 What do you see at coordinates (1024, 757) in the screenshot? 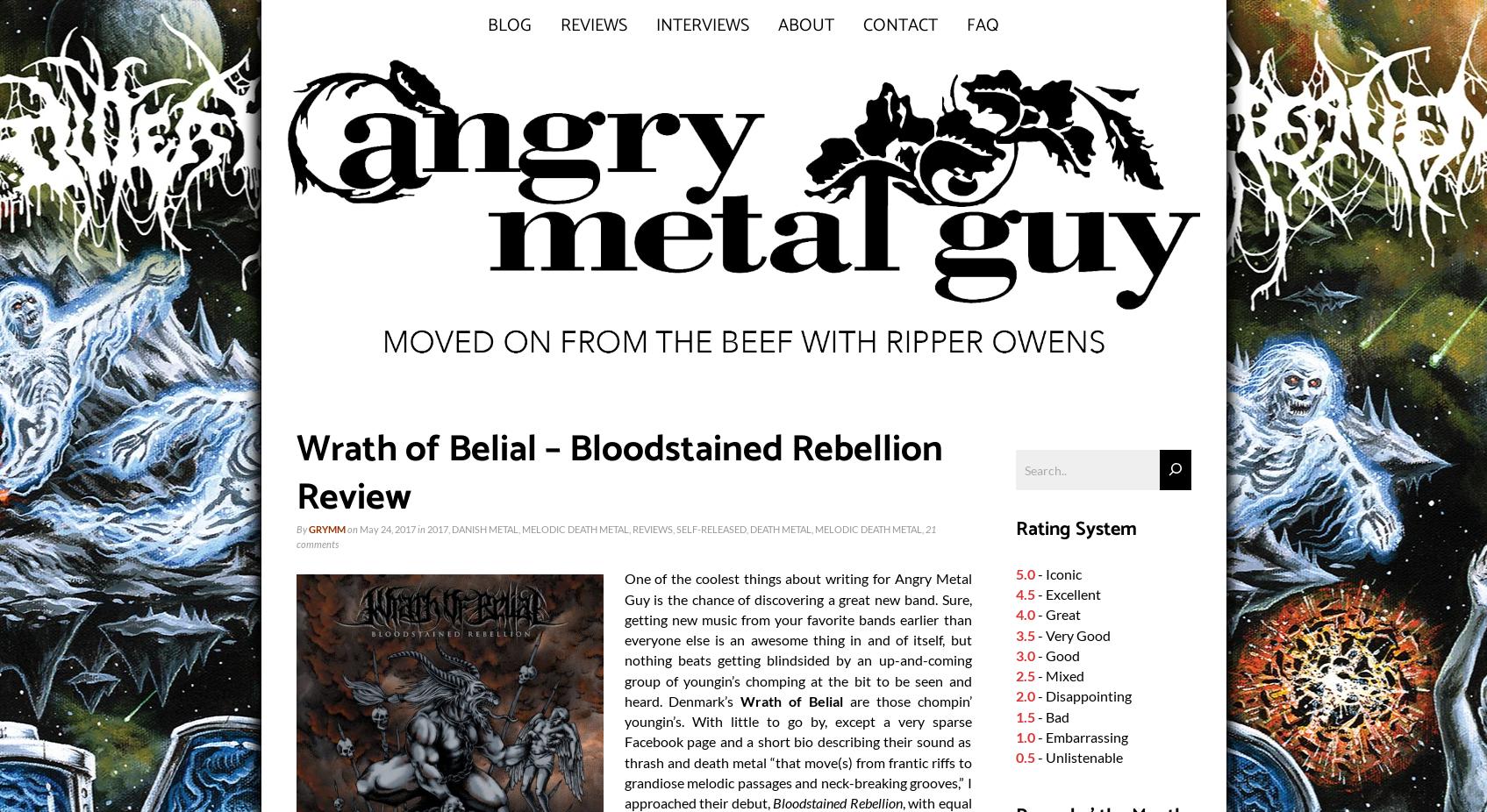
I see `'0.5'` at bounding box center [1024, 757].